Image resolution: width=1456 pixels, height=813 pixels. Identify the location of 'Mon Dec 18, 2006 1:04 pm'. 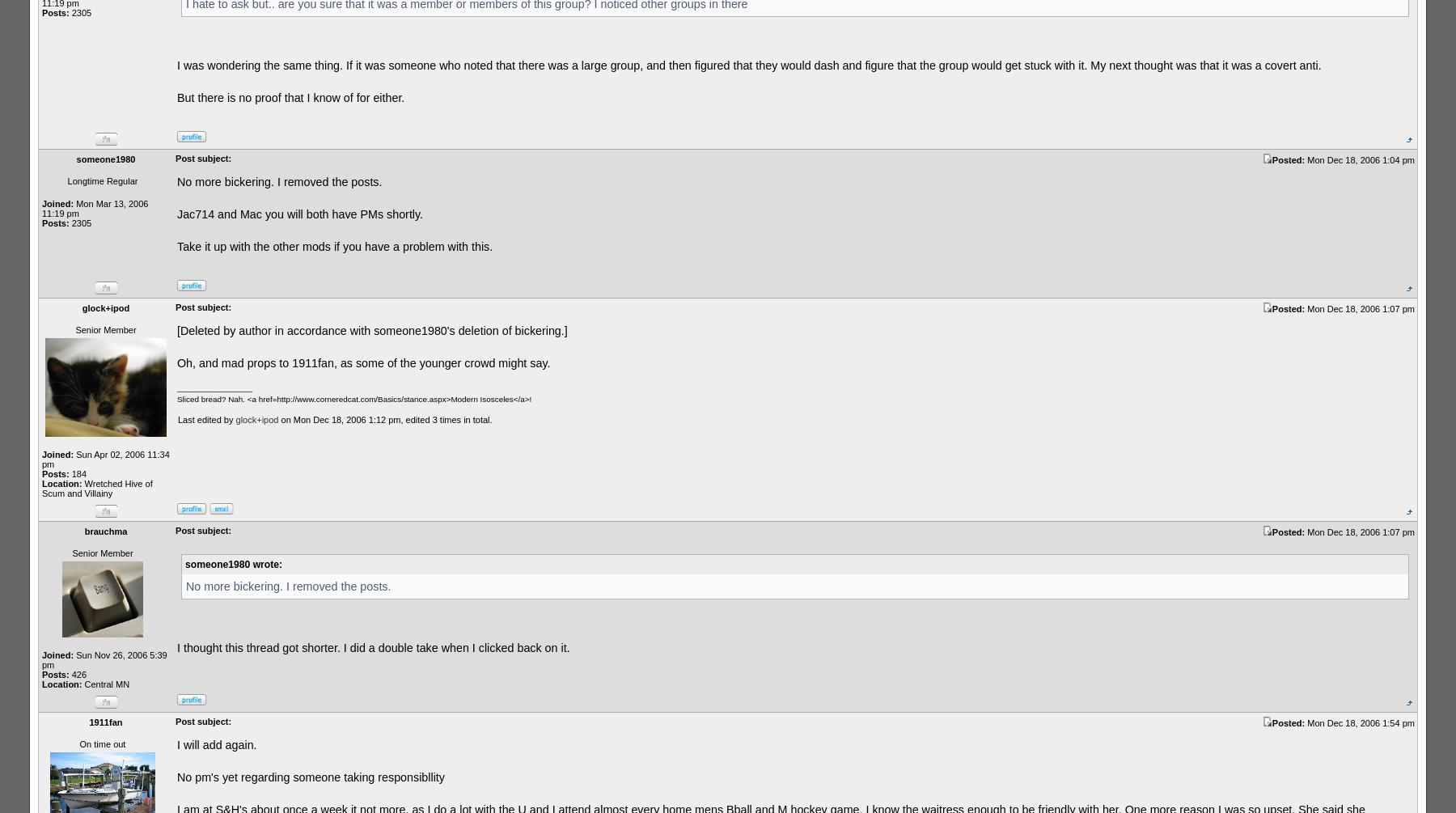
(1360, 159).